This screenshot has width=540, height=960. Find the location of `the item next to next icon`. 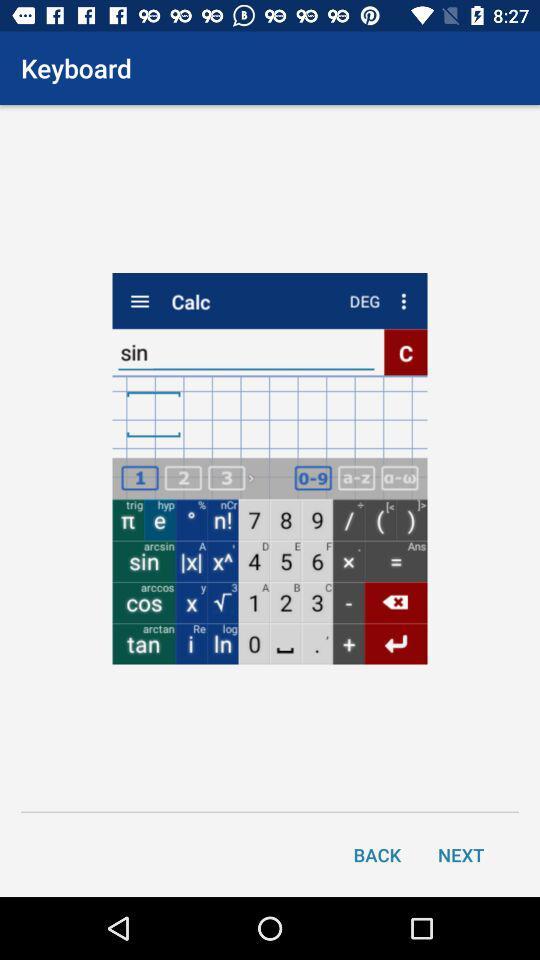

the item next to next icon is located at coordinates (377, 853).